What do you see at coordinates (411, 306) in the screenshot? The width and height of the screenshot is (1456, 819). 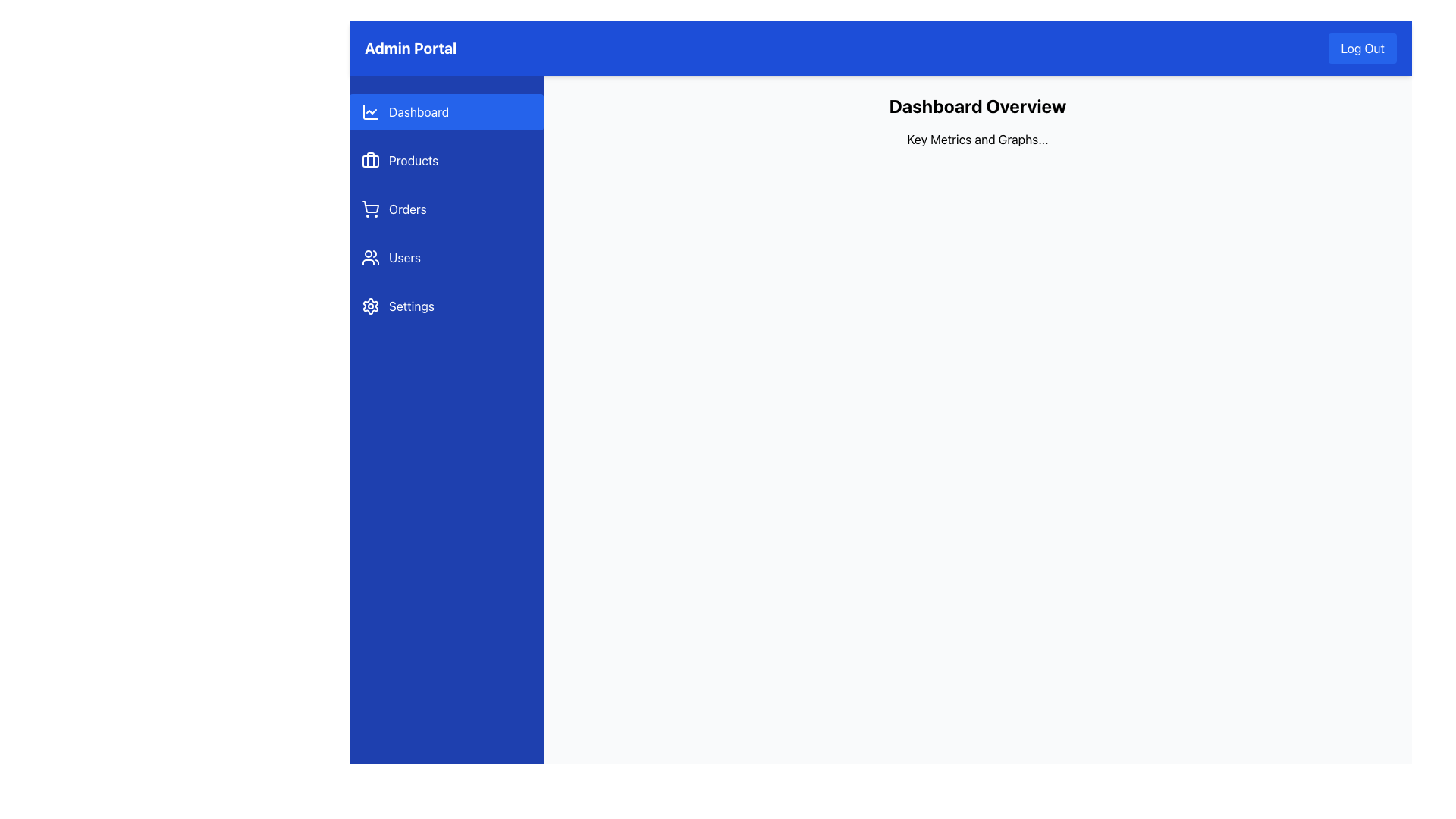 I see `the 'Settings' text label in the vertical navigation bar, which indicates the settings functionality of the application` at bounding box center [411, 306].